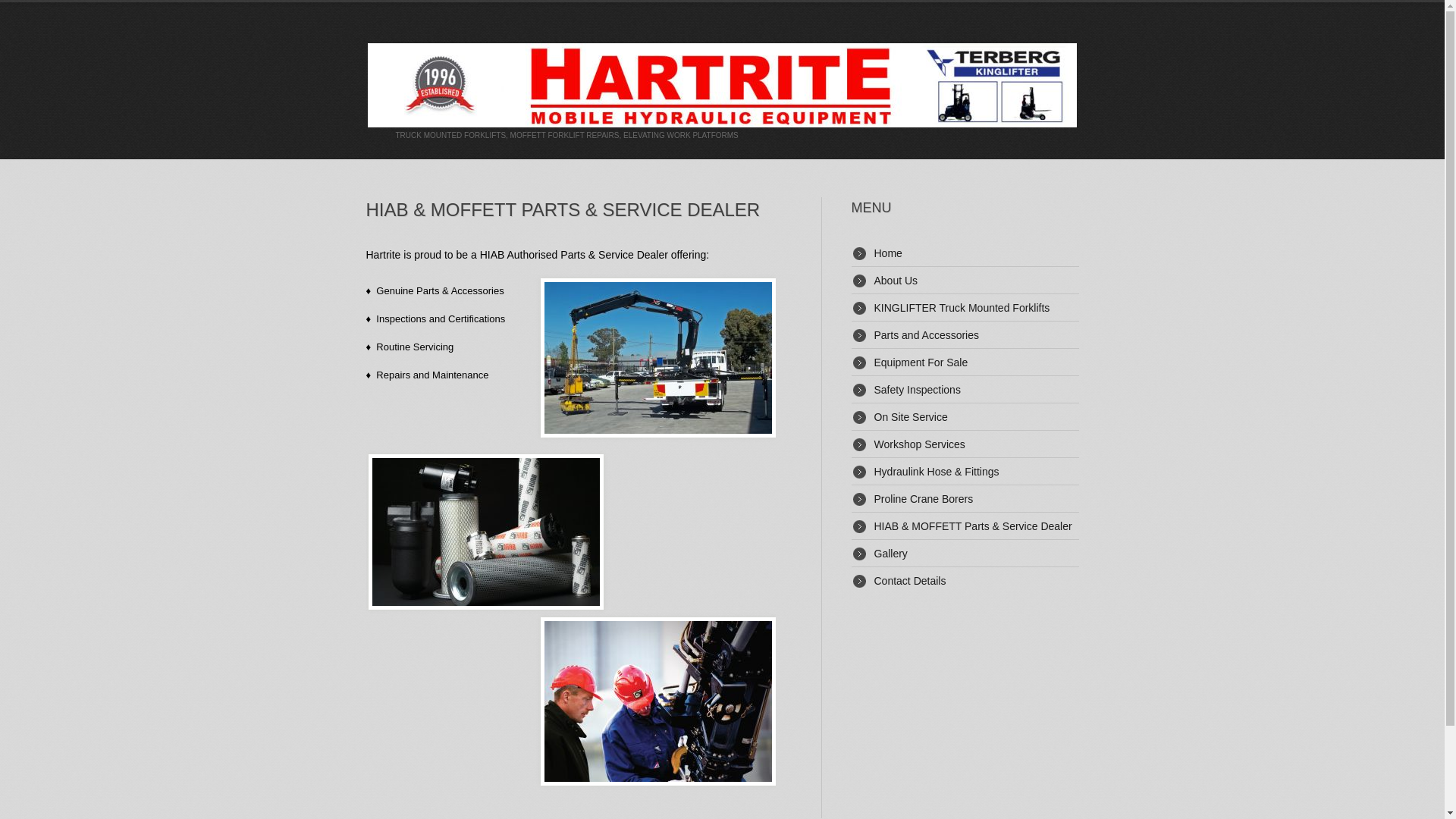 The width and height of the screenshot is (1456, 819). What do you see at coordinates (874, 553) in the screenshot?
I see `'Gallery'` at bounding box center [874, 553].